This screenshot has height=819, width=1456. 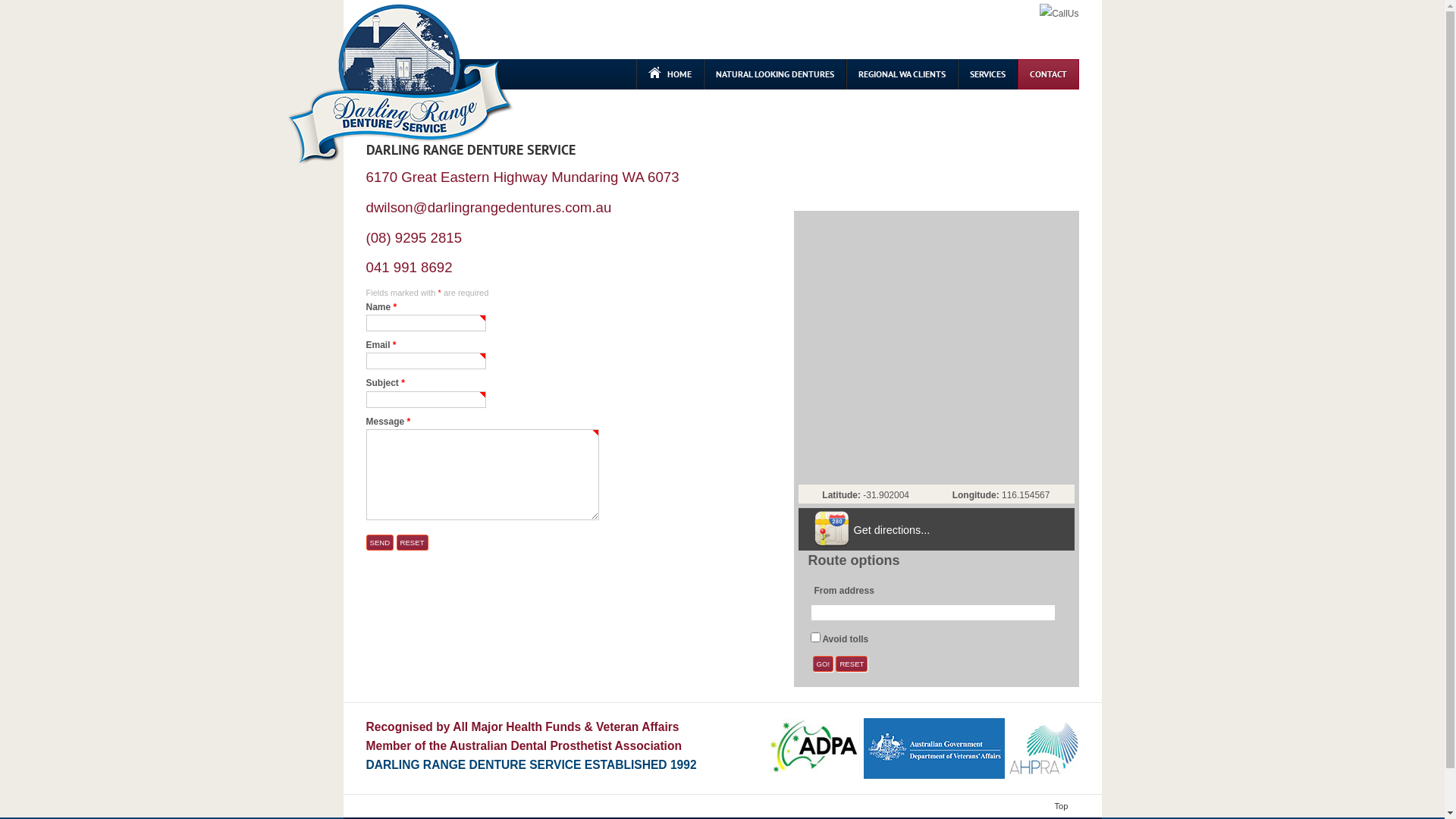 I want to click on 'Darling Range Denture Service', so click(x=400, y=84).